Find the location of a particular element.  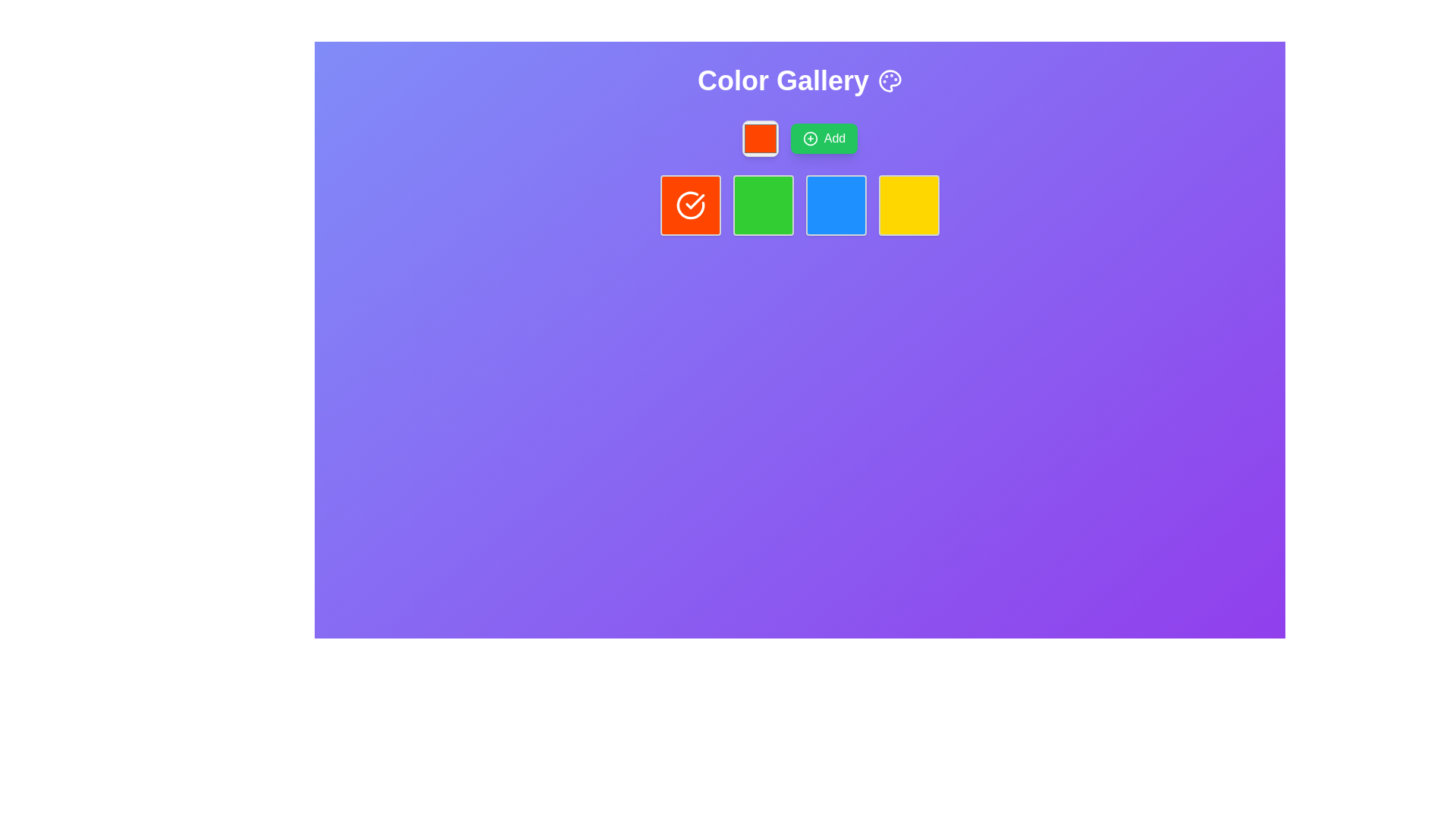

the first Colored Selectable Tile with a bright orange background and a white checkmark icon is located at coordinates (690, 205).